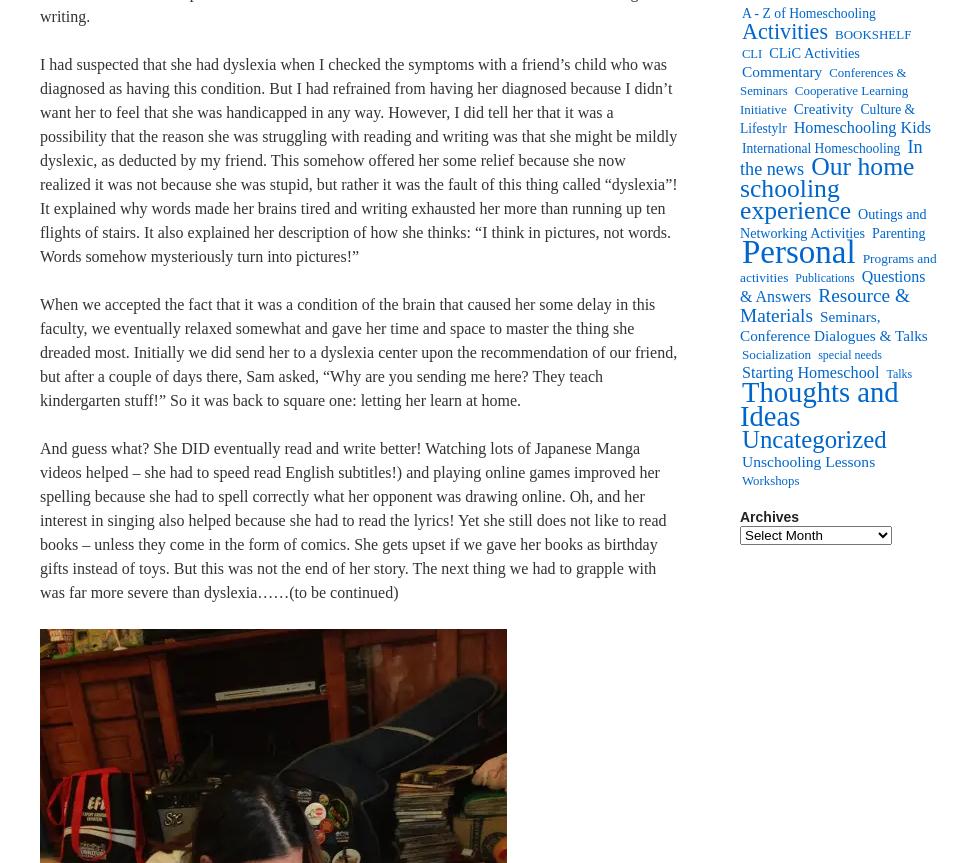 The image size is (980, 863). Describe the element at coordinates (821, 147) in the screenshot. I see `'International Homeschooling'` at that location.